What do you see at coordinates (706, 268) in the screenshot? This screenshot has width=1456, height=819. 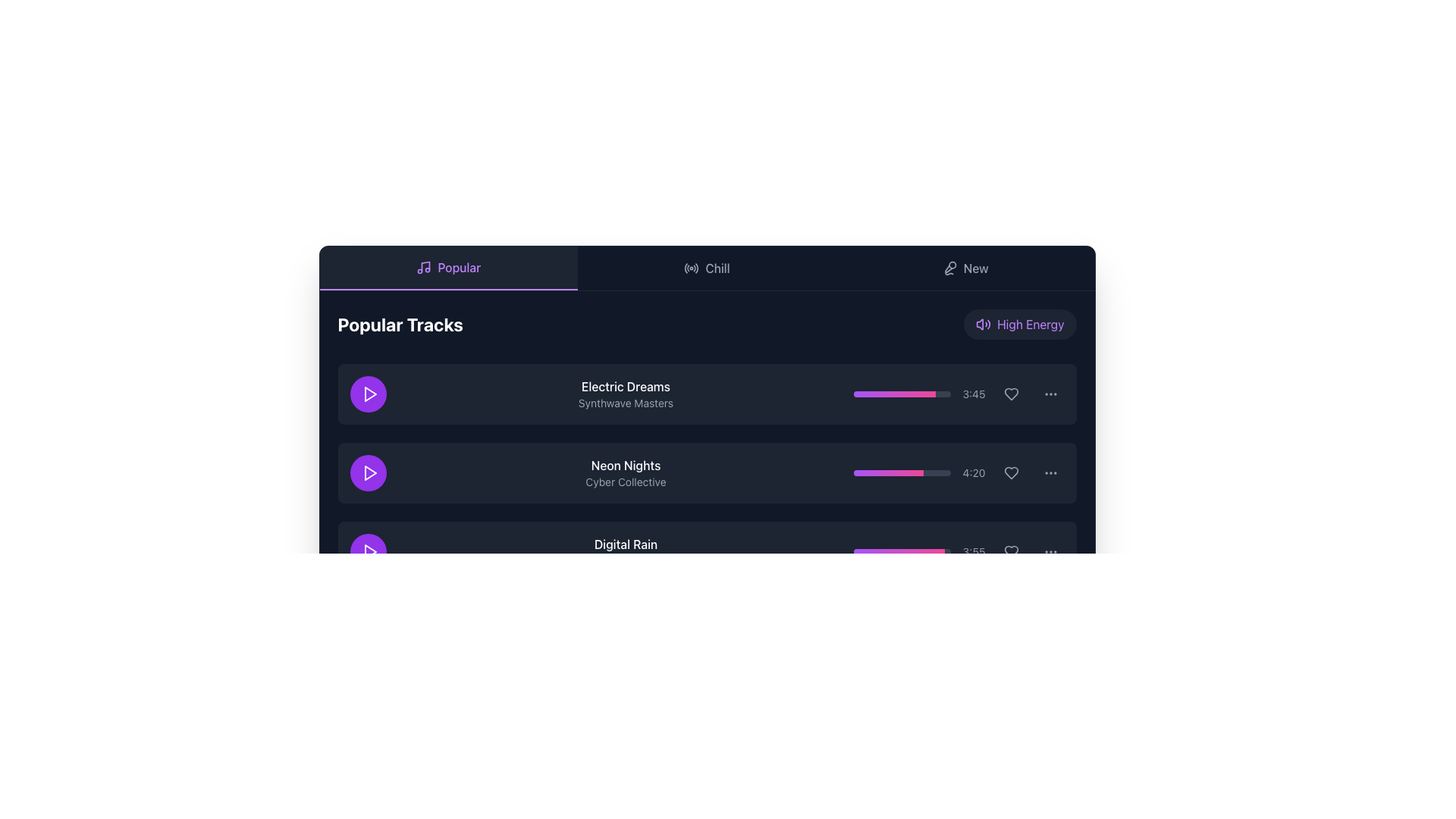 I see `the 'Chill' tab in the tab navigation bar to navigate` at bounding box center [706, 268].